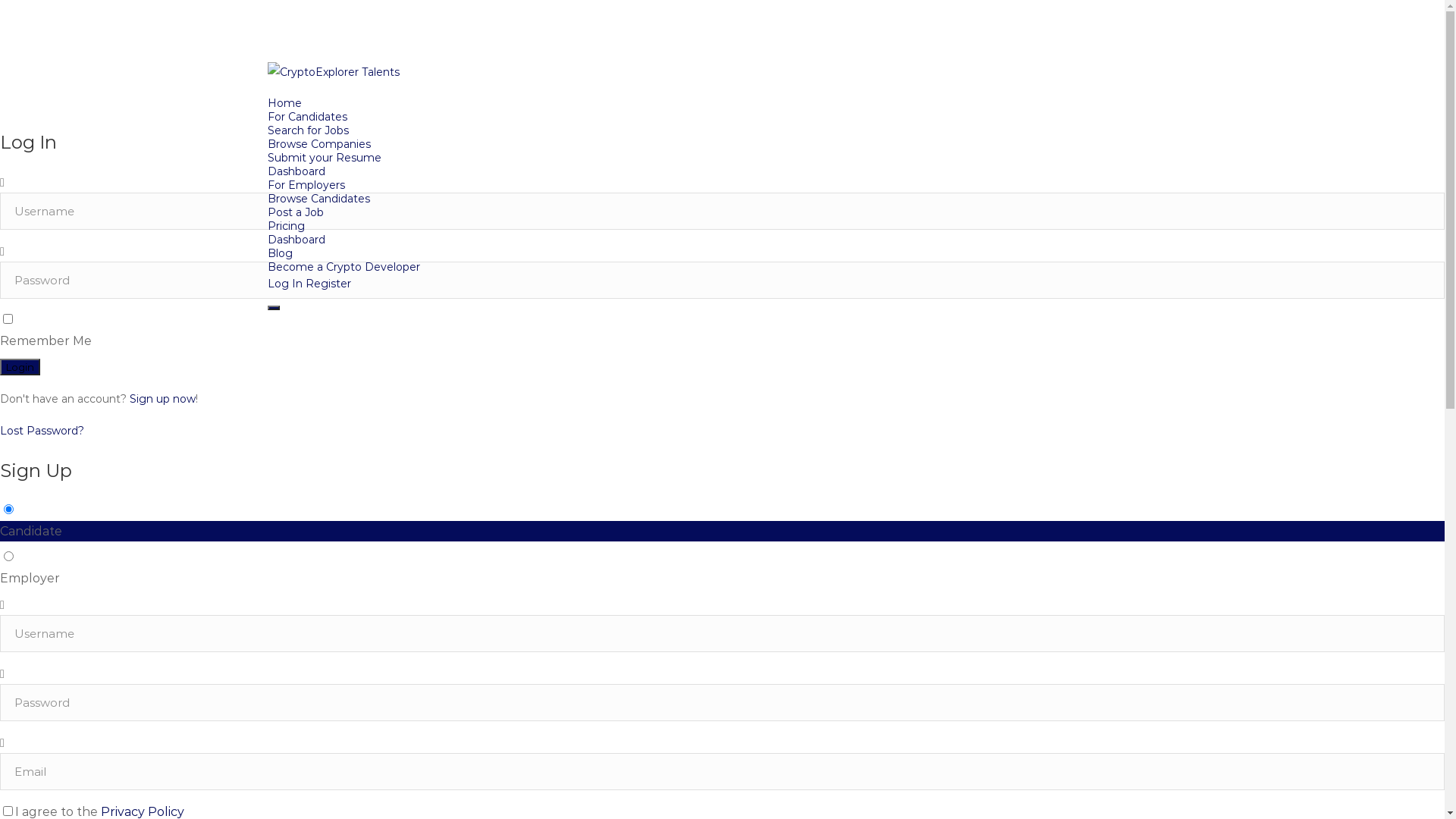 This screenshot has height=819, width=1456. What do you see at coordinates (266, 225) in the screenshot?
I see `'Pricing'` at bounding box center [266, 225].